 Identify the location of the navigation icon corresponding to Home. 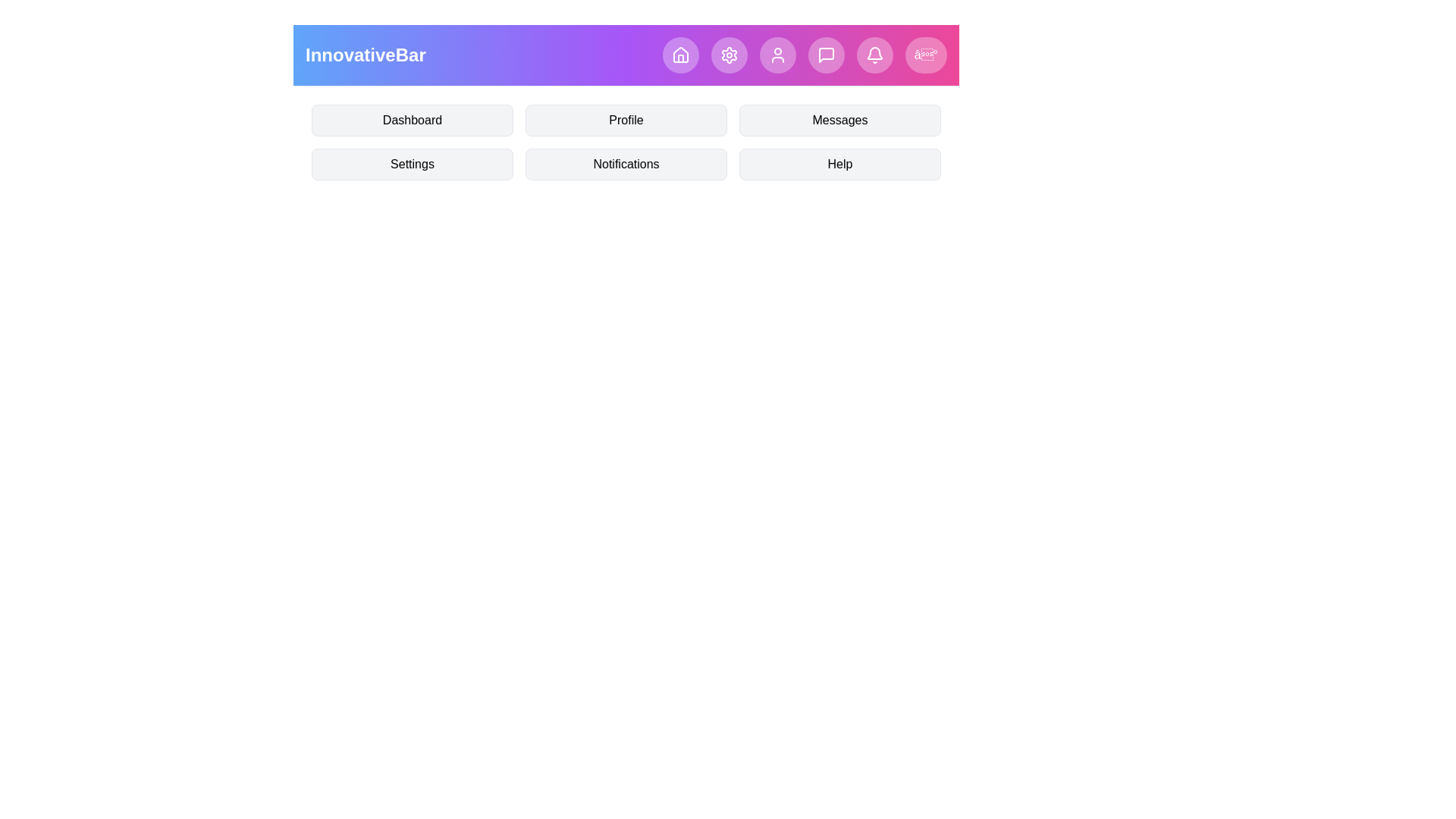
(679, 55).